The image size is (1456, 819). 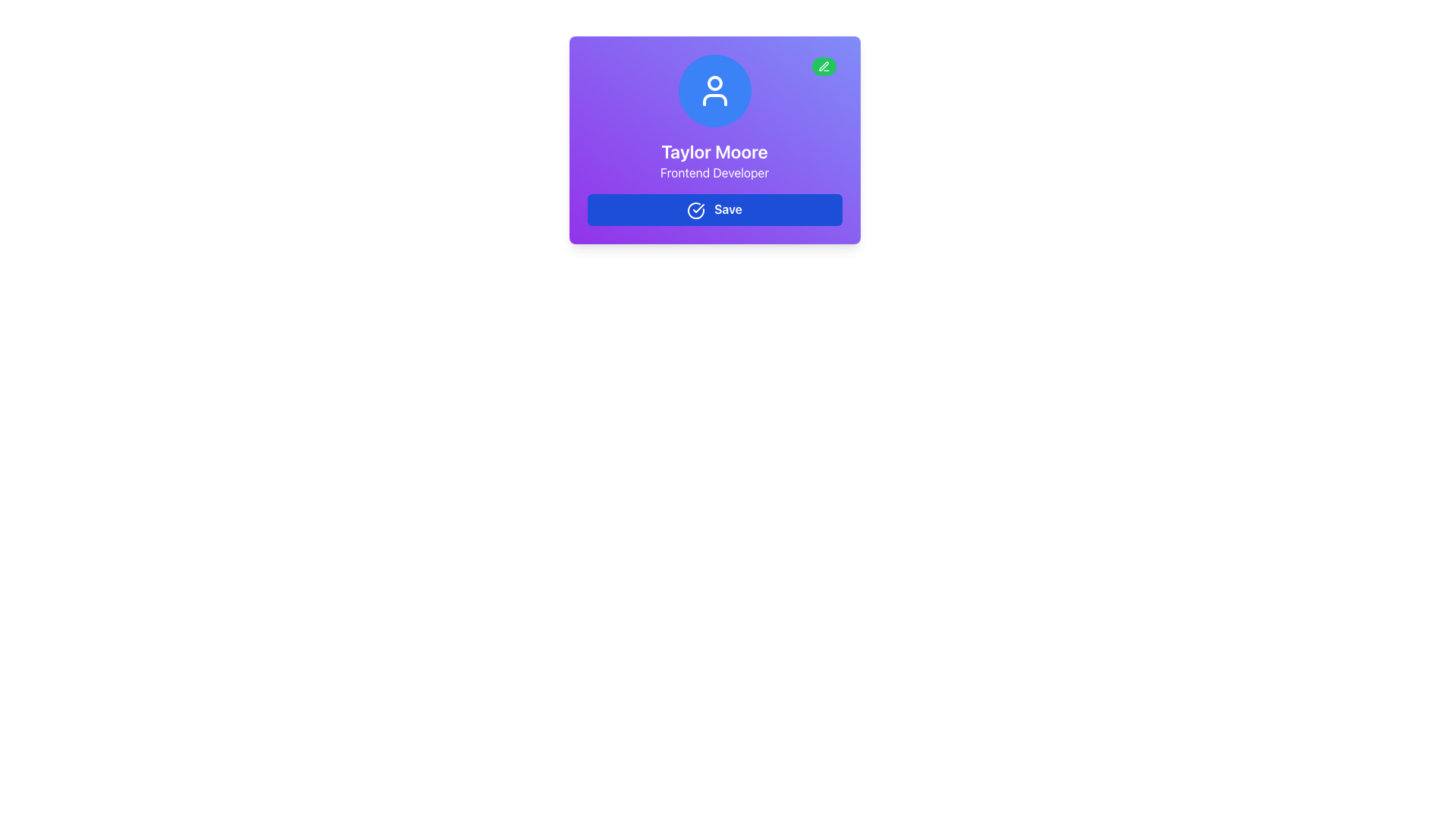 What do you see at coordinates (714, 209) in the screenshot?
I see `the interactive save button located at the bottom of the card layout with a purple gradient background, positioned directly below the text 'Taylor Moore' and 'Frontend Developer'` at bounding box center [714, 209].